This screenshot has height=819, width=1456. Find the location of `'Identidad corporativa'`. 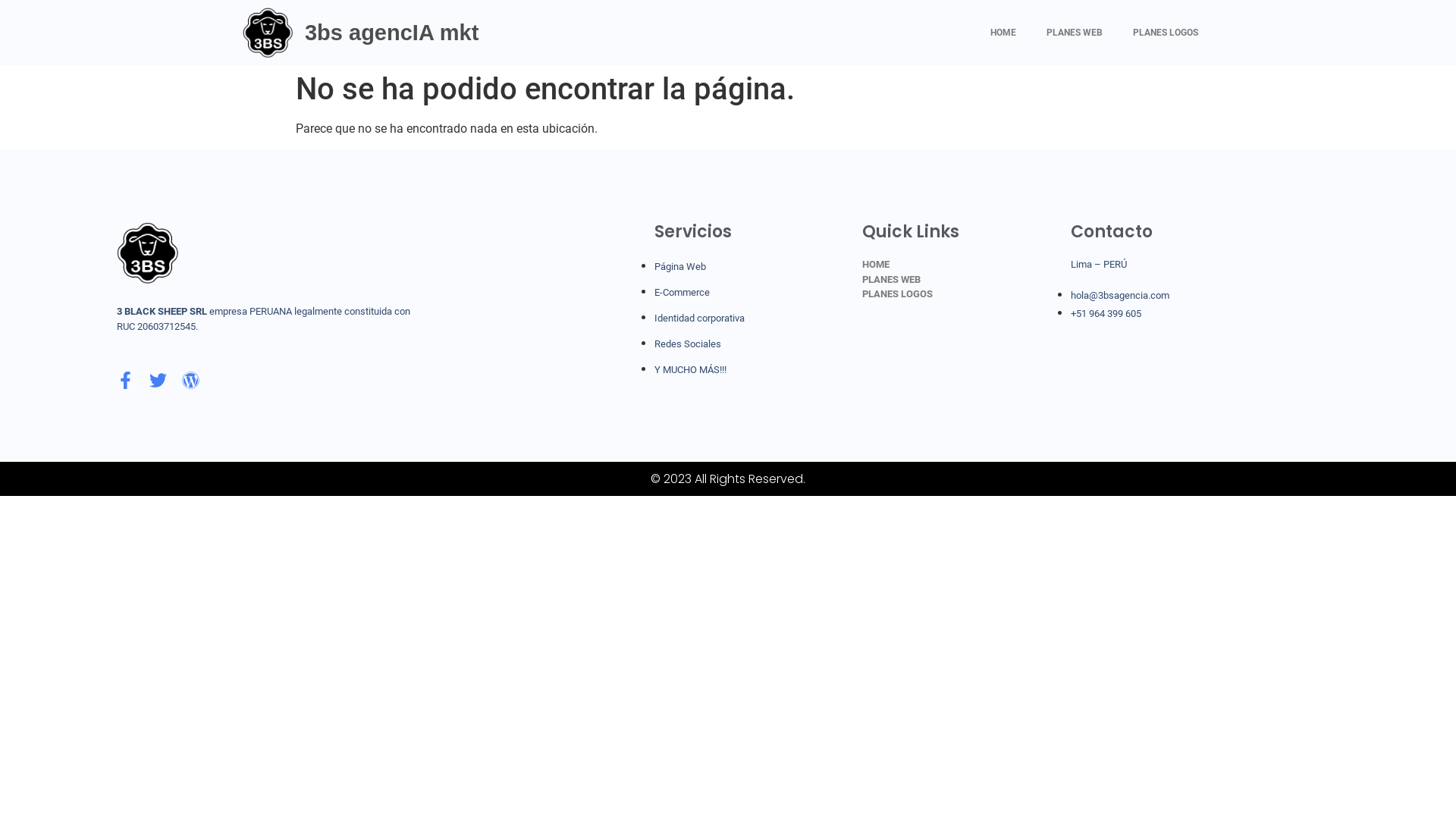

'Identidad corporativa' is located at coordinates (698, 317).